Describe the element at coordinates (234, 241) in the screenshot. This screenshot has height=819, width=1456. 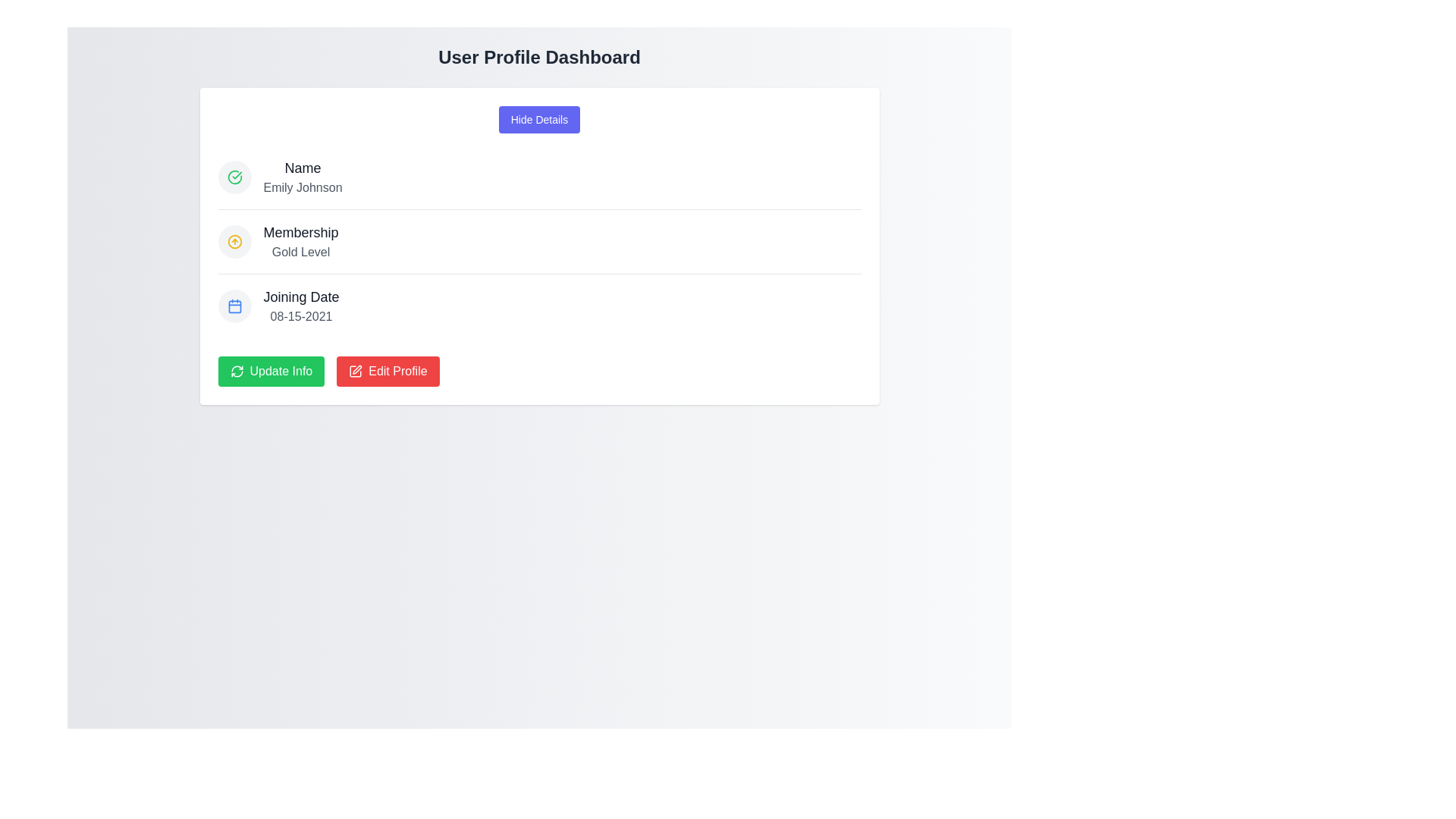
I see `the circular outline icon indicative of an upward arrow, colored yellow, located in the second row of icons associated with the 'Gold Level' membership on the profile dashboard` at that location.